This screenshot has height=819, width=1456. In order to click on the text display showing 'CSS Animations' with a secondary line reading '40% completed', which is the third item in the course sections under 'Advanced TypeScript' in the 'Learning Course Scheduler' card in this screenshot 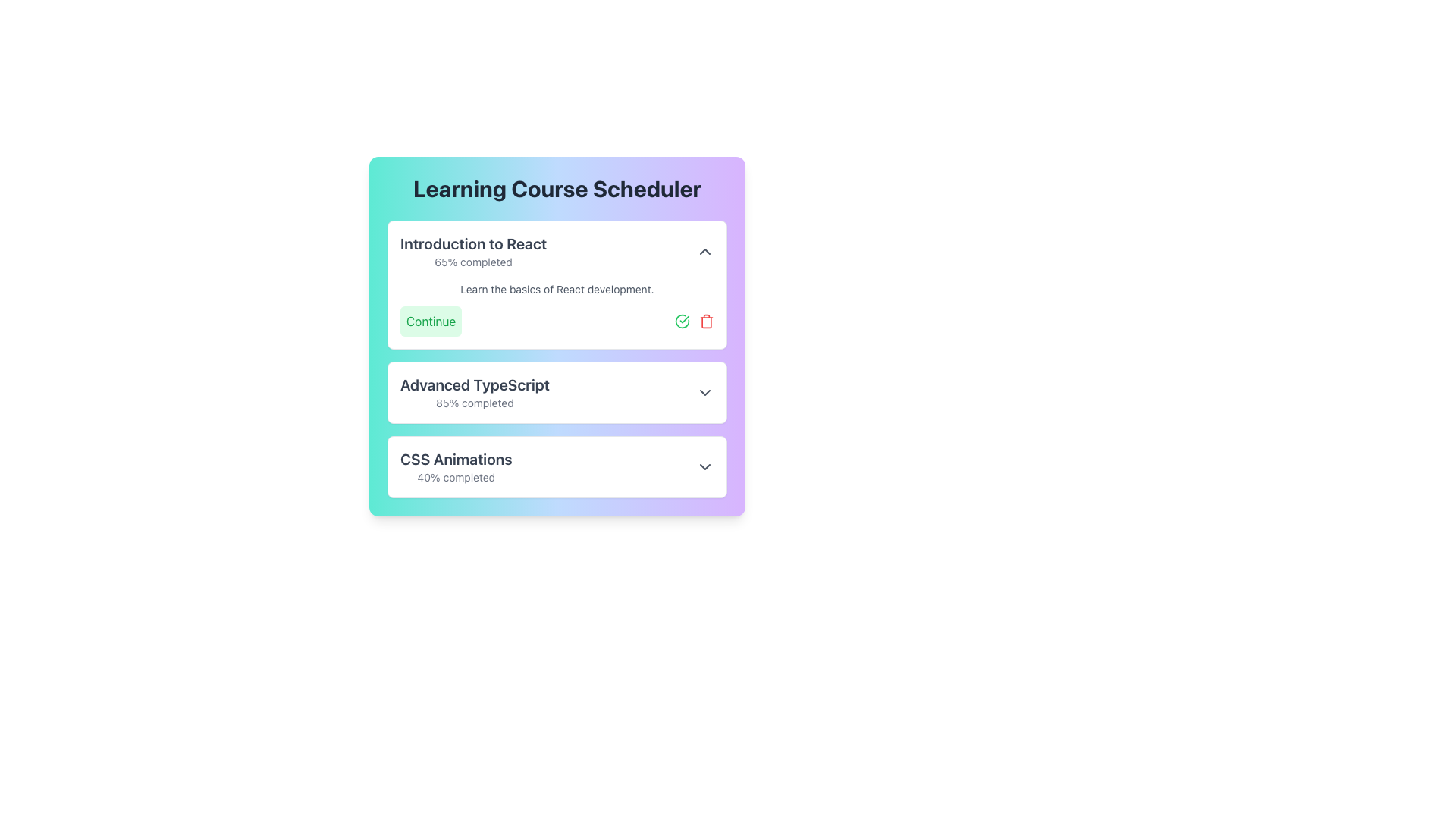, I will do `click(455, 466)`.